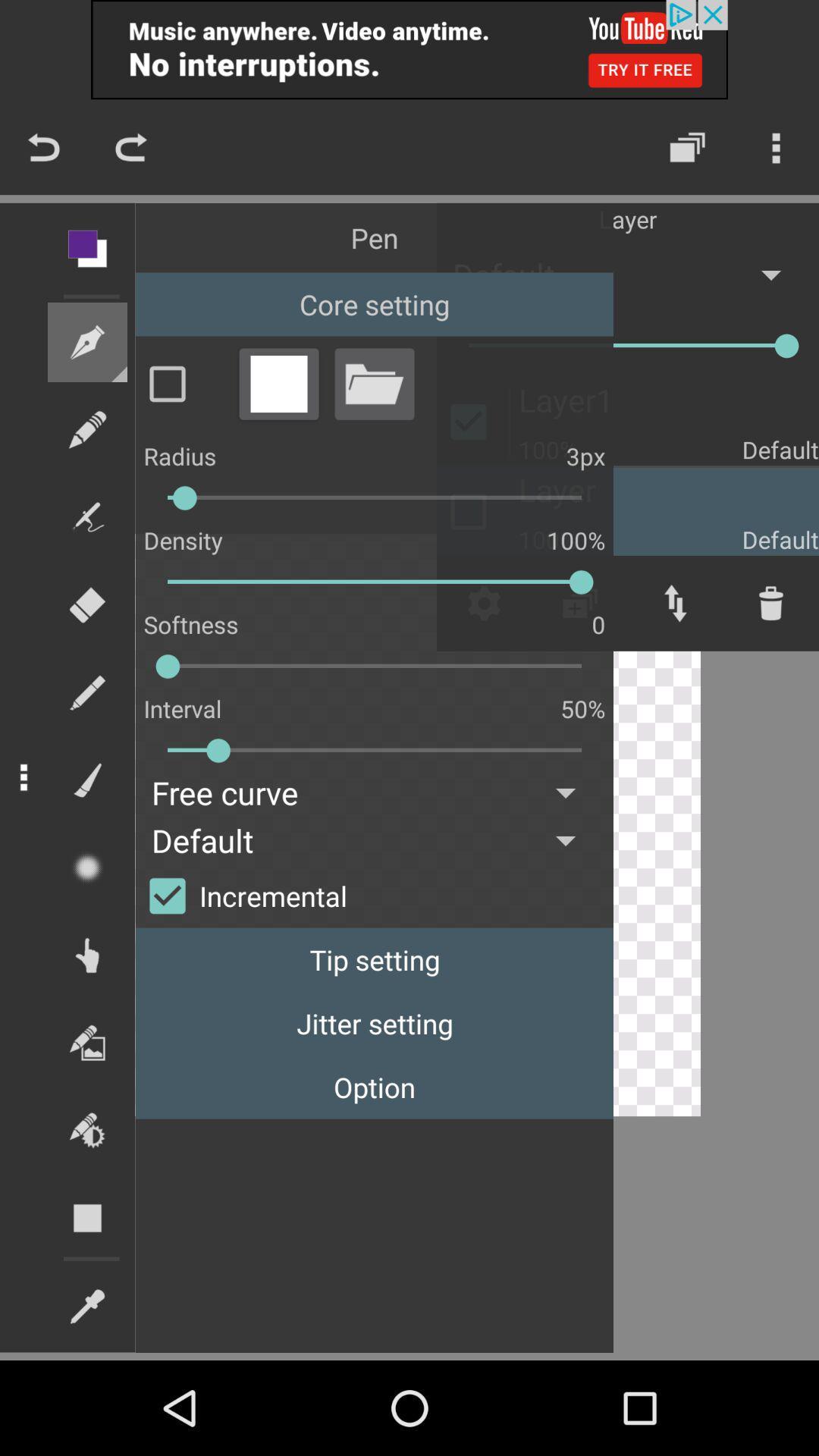  What do you see at coordinates (278, 384) in the screenshot?
I see `options` at bounding box center [278, 384].